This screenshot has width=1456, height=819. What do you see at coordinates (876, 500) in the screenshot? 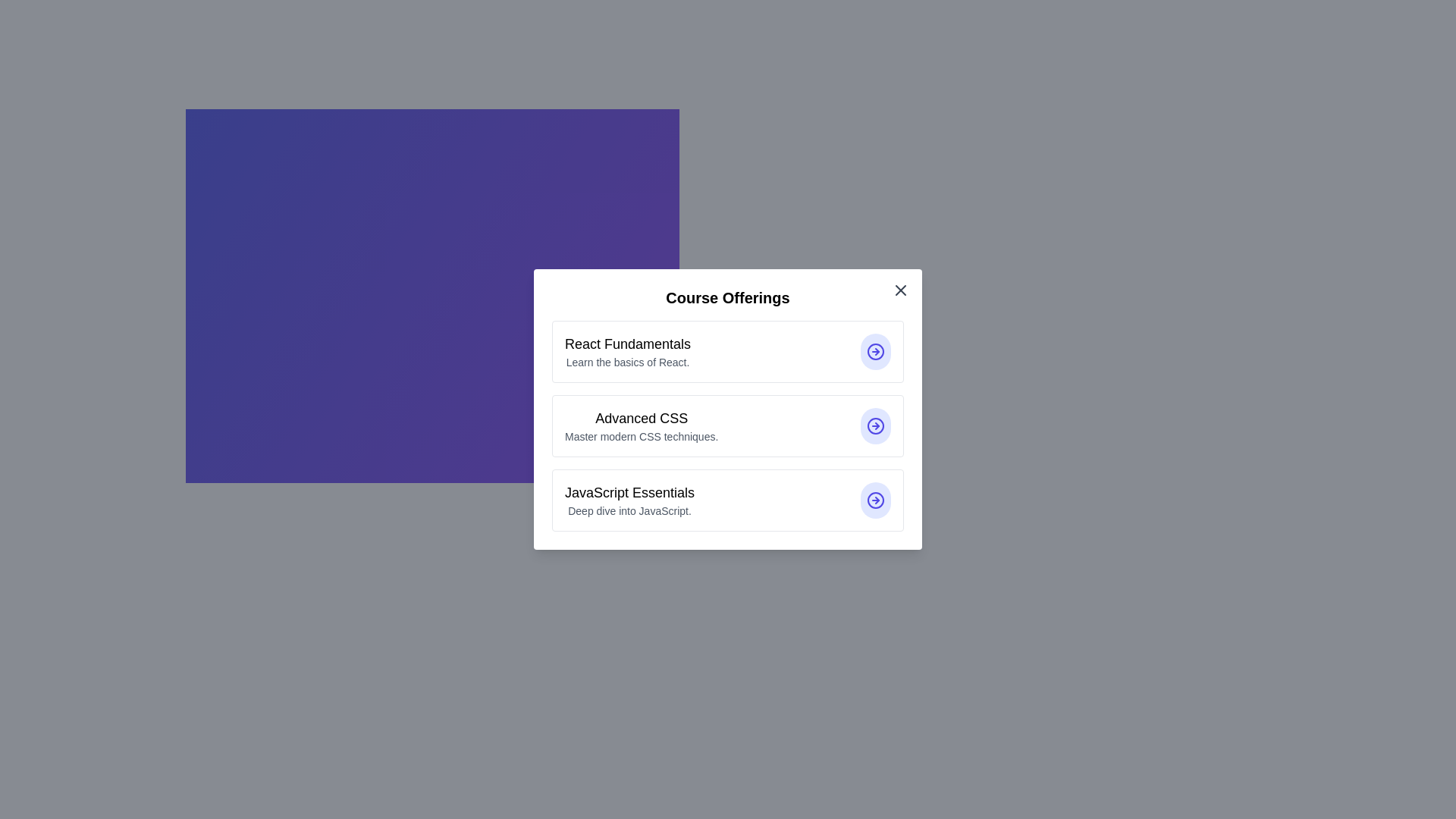
I see `the button located at the rightmost side of the 'JavaScript Essentials' course item` at bounding box center [876, 500].